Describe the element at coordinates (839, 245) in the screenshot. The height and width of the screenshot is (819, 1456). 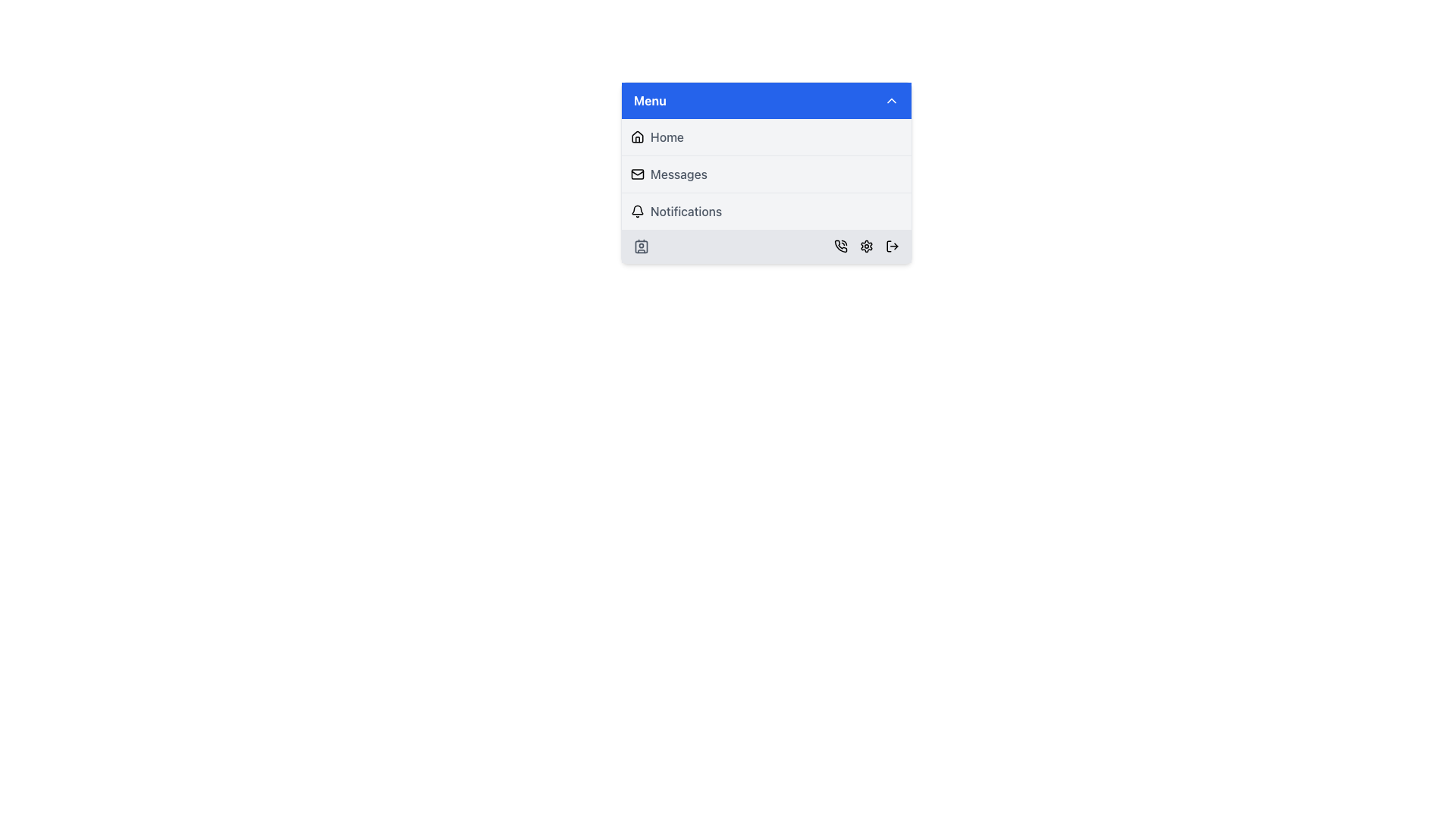
I see `the phone receiver icon, which is the first icon in a horizontal set of three icons at the bottom of the menu panel, indicating call functionality` at that location.